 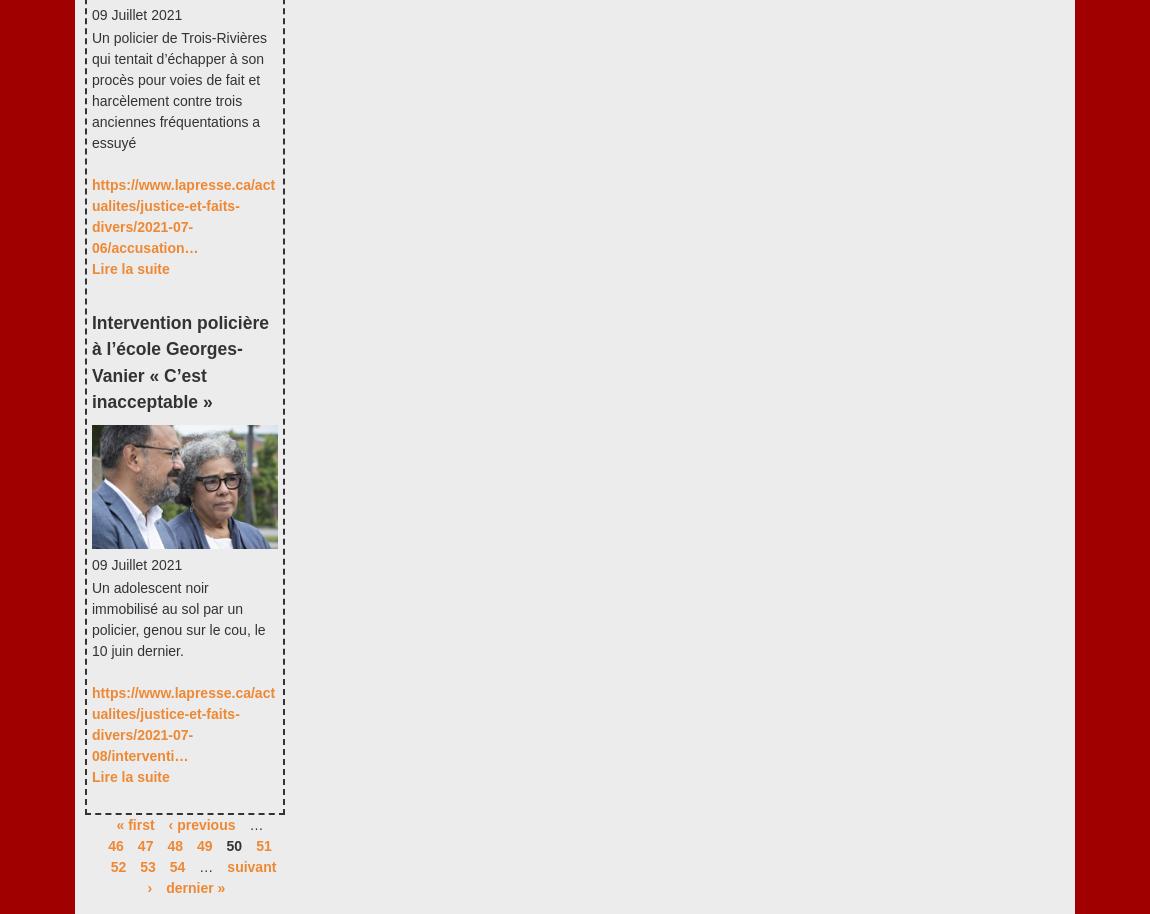 I want to click on '48', so click(x=174, y=845).